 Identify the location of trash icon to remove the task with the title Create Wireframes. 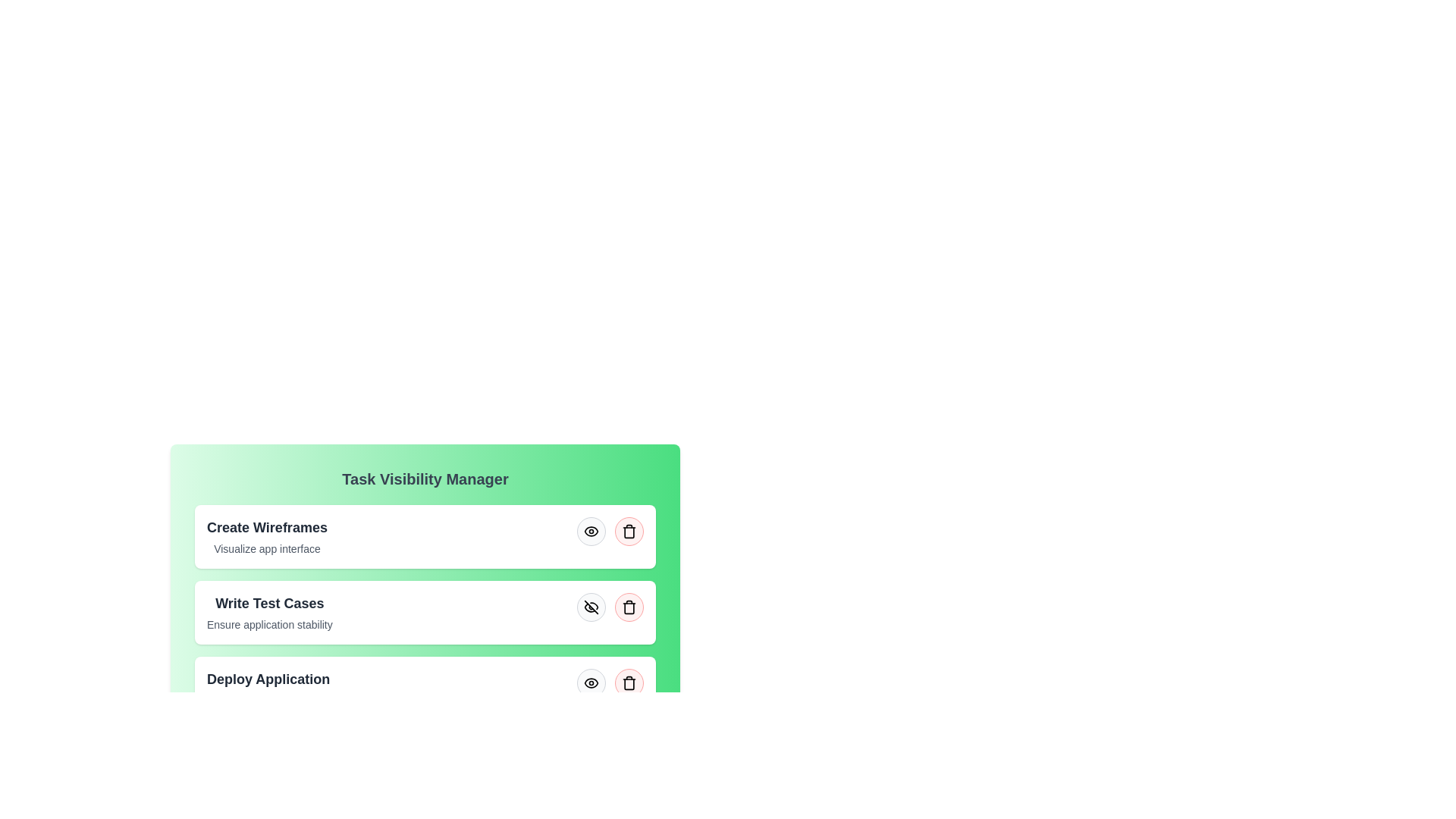
(629, 531).